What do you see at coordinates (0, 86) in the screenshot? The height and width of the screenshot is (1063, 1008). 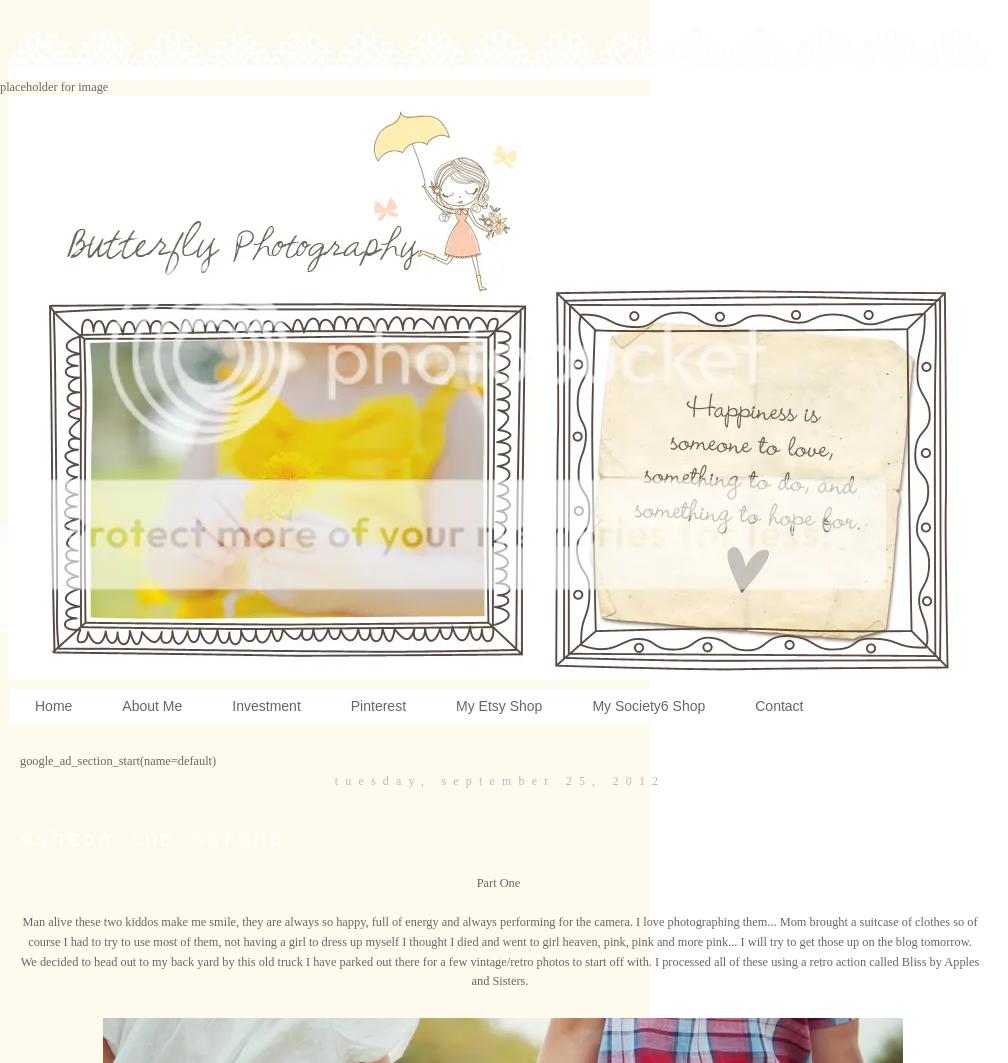 I see `'placeholder for image'` at bounding box center [0, 86].